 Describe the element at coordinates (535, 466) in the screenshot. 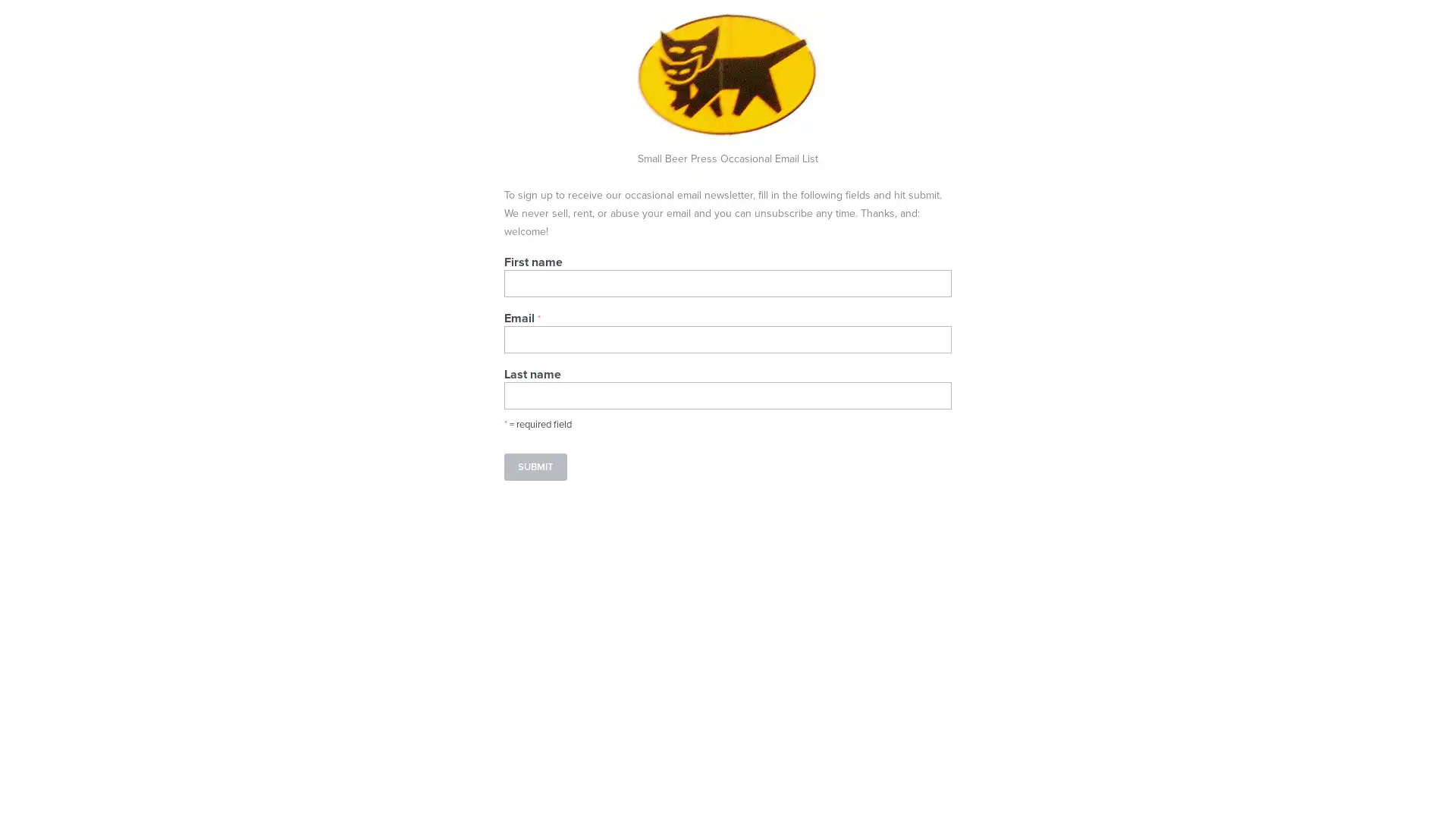

I see `Submit` at that location.